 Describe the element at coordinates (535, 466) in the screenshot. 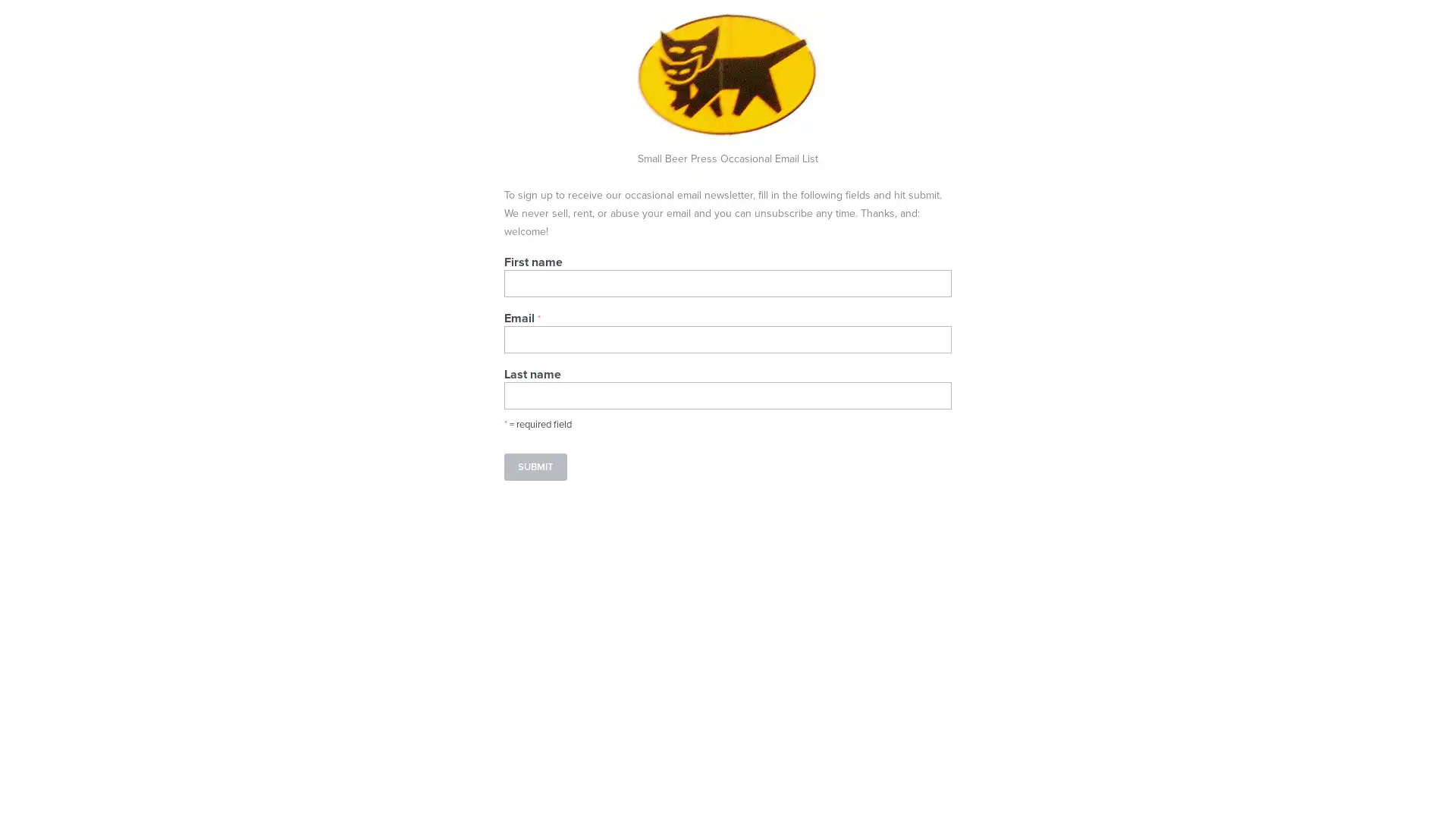

I see `Submit` at that location.